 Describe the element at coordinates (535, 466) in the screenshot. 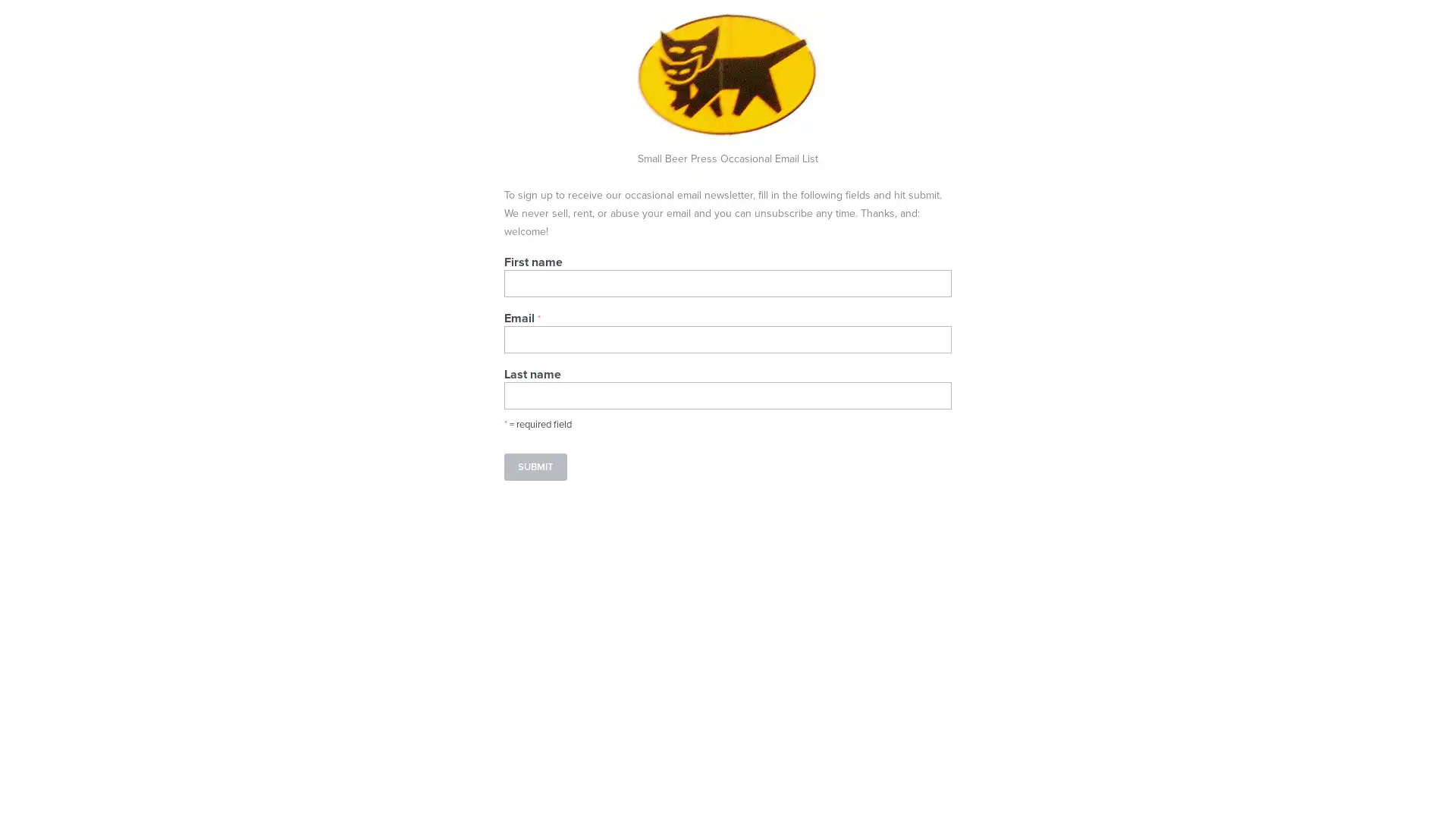

I see `Submit` at that location.